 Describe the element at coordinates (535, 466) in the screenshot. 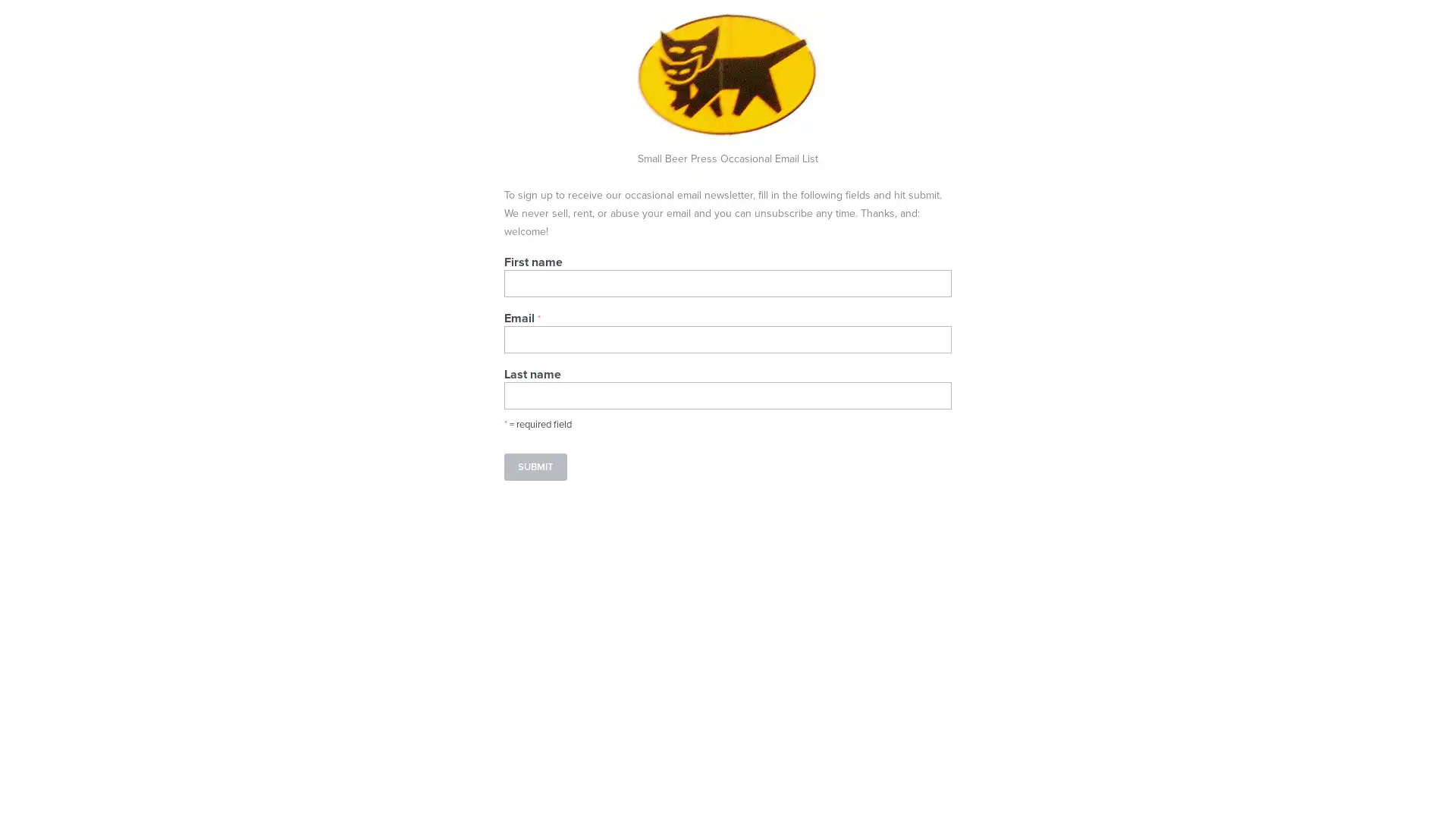

I see `Submit` at that location.